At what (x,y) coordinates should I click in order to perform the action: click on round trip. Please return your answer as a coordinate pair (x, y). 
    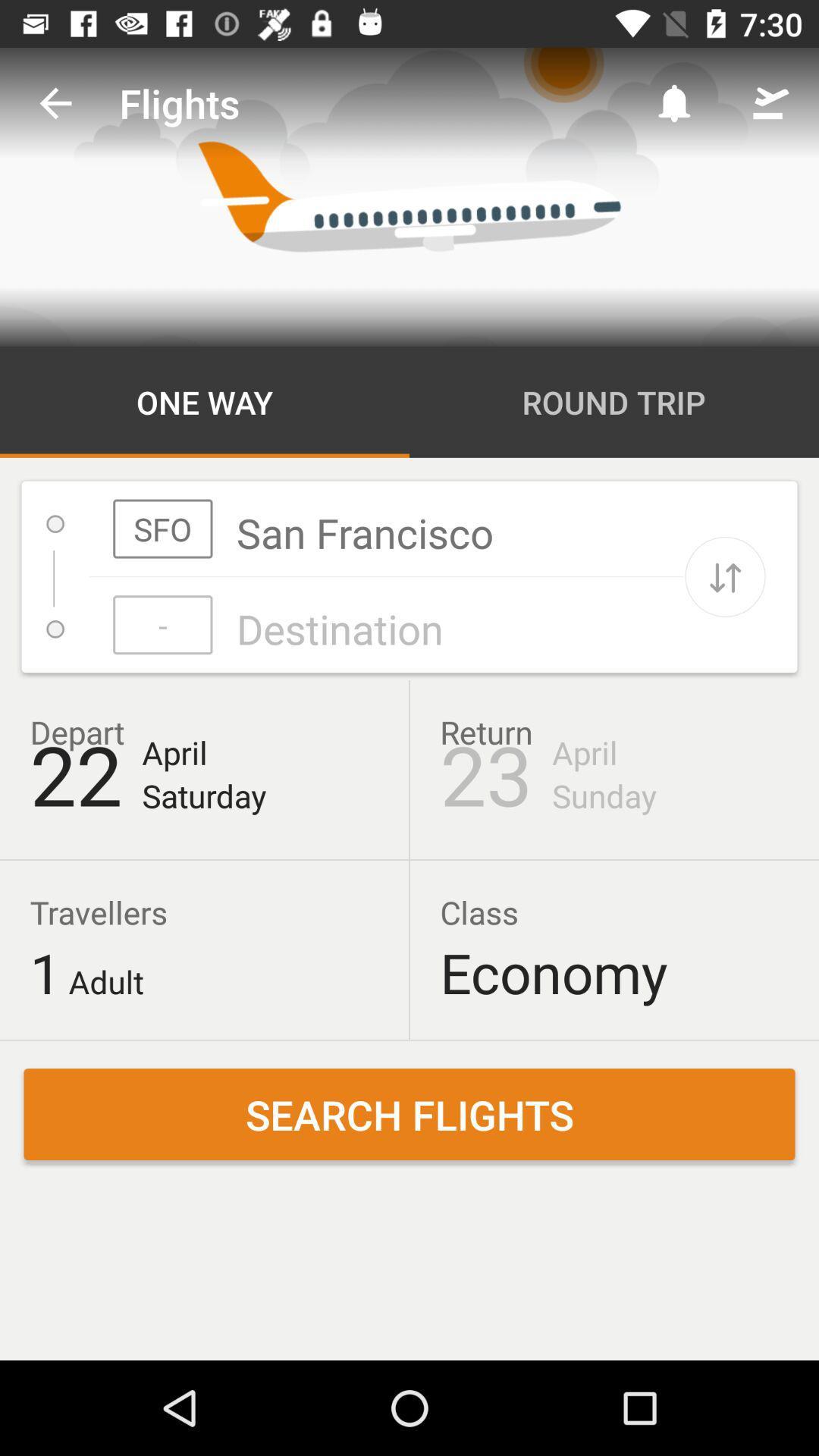
    Looking at the image, I should click on (614, 402).